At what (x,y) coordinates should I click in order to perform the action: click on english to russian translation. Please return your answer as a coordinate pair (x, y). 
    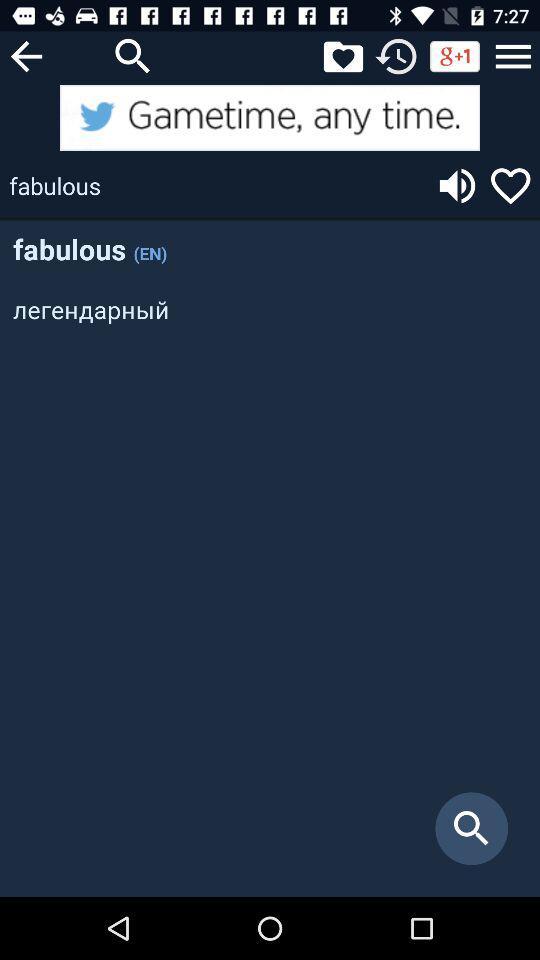
    Looking at the image, I should click on (270, 117).